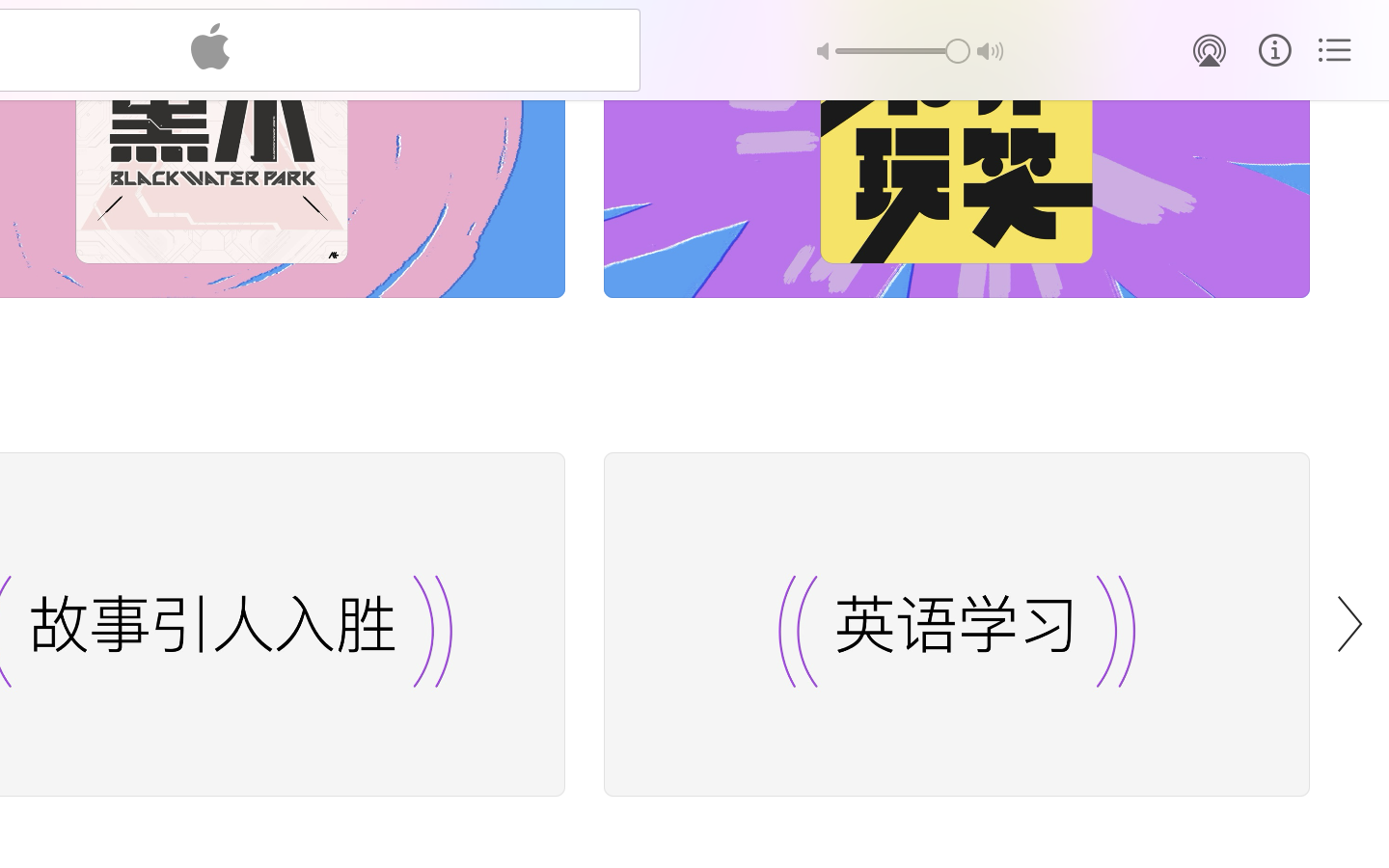 This screenshot has width=1389, height=868. Describe the element at coordinates (903, 50) in the screenshot. I see `'1.0'` at that location.